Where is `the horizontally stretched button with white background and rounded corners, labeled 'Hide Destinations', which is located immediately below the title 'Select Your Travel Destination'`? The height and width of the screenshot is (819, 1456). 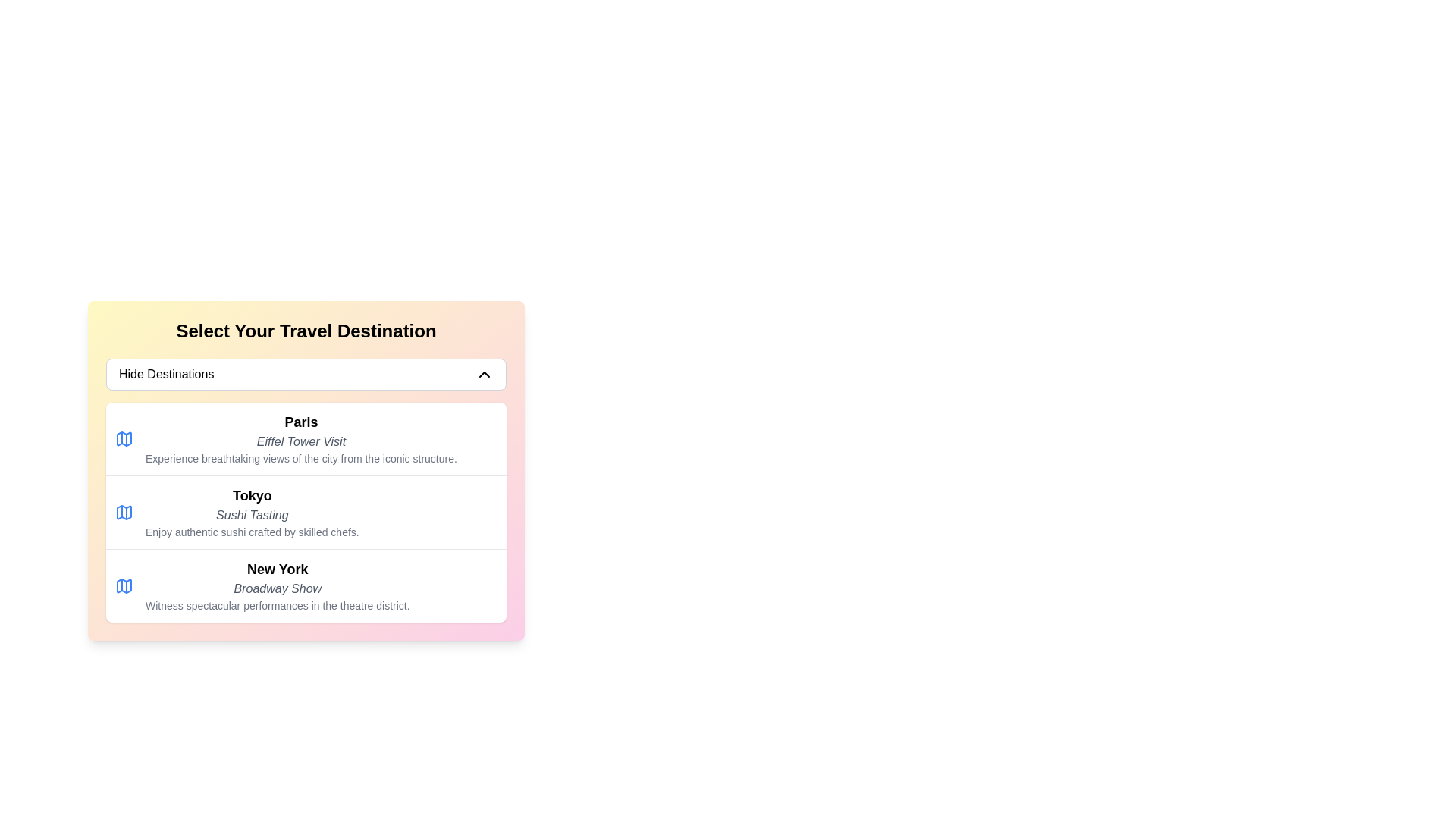 the horizontally stretched button with white background and rounded corners, labeled 'Hide Destinations', which is located immediately below the title 'Select Your Travel Destination' is located at coordinates (305, 374).